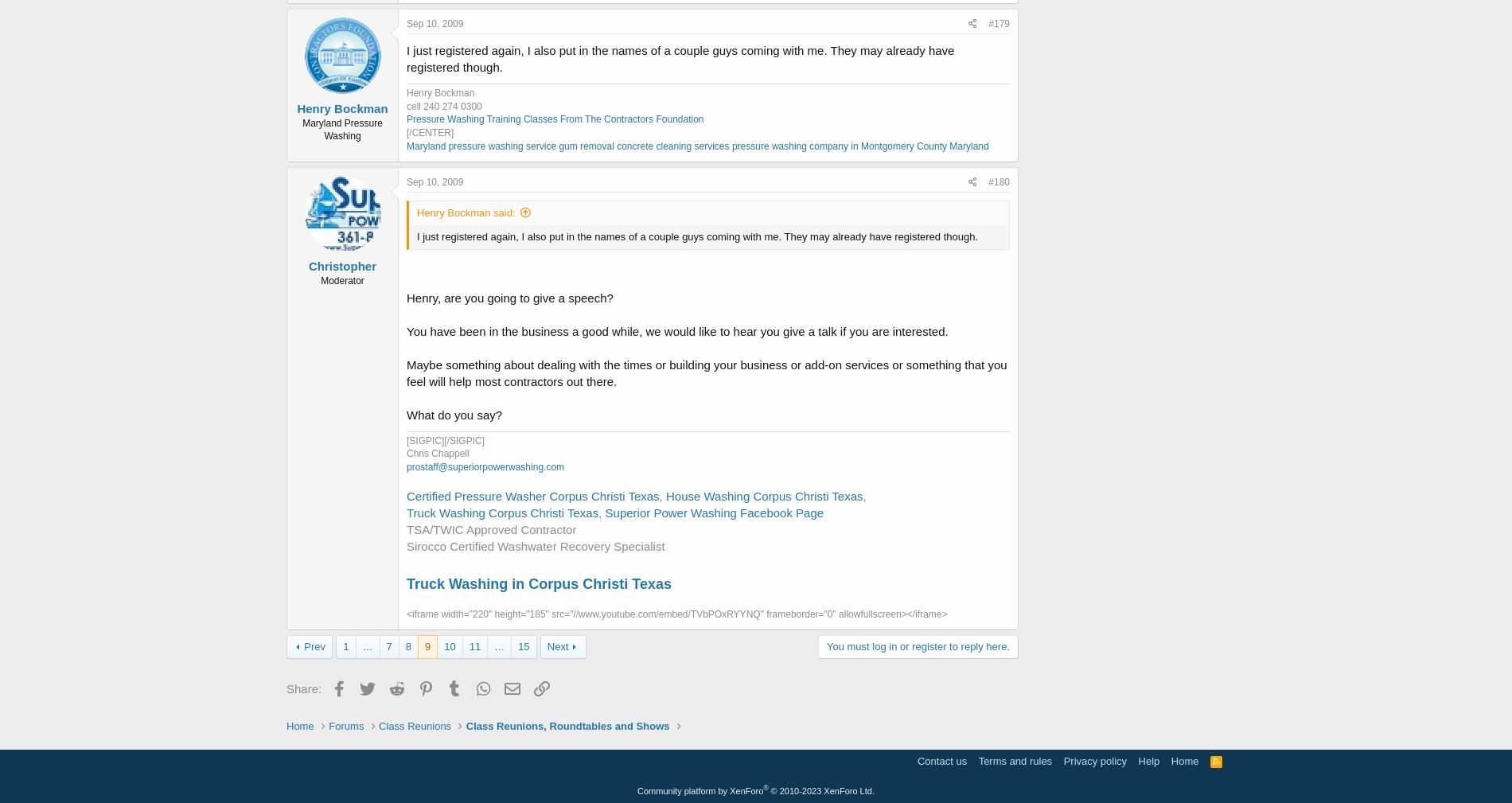  Describe the element at coordinates (998, 181) in the screenshot. I see `'#180'` at that location.